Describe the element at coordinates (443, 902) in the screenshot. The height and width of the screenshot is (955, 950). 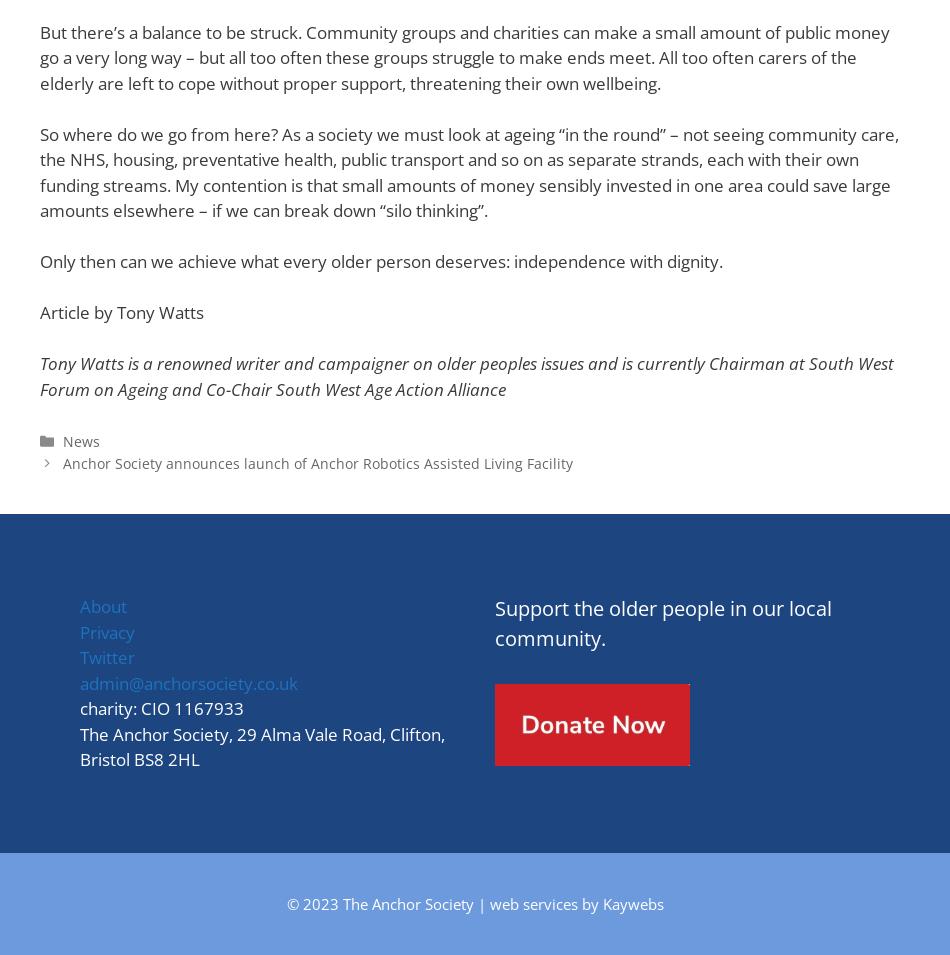
I see `'© 2023 The Anchor Society | web services by'` at that location.